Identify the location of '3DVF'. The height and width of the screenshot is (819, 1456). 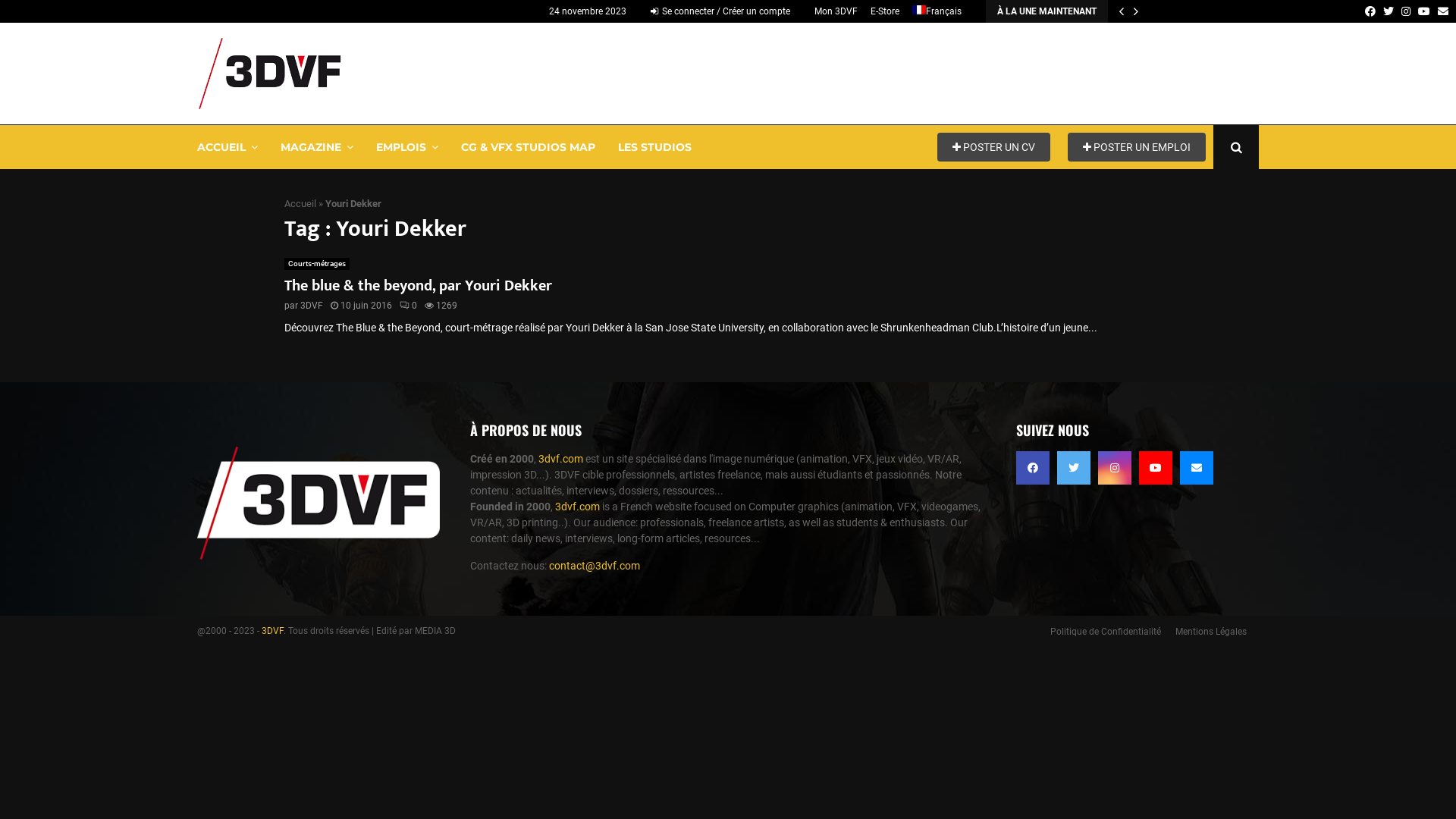
(272, 631).